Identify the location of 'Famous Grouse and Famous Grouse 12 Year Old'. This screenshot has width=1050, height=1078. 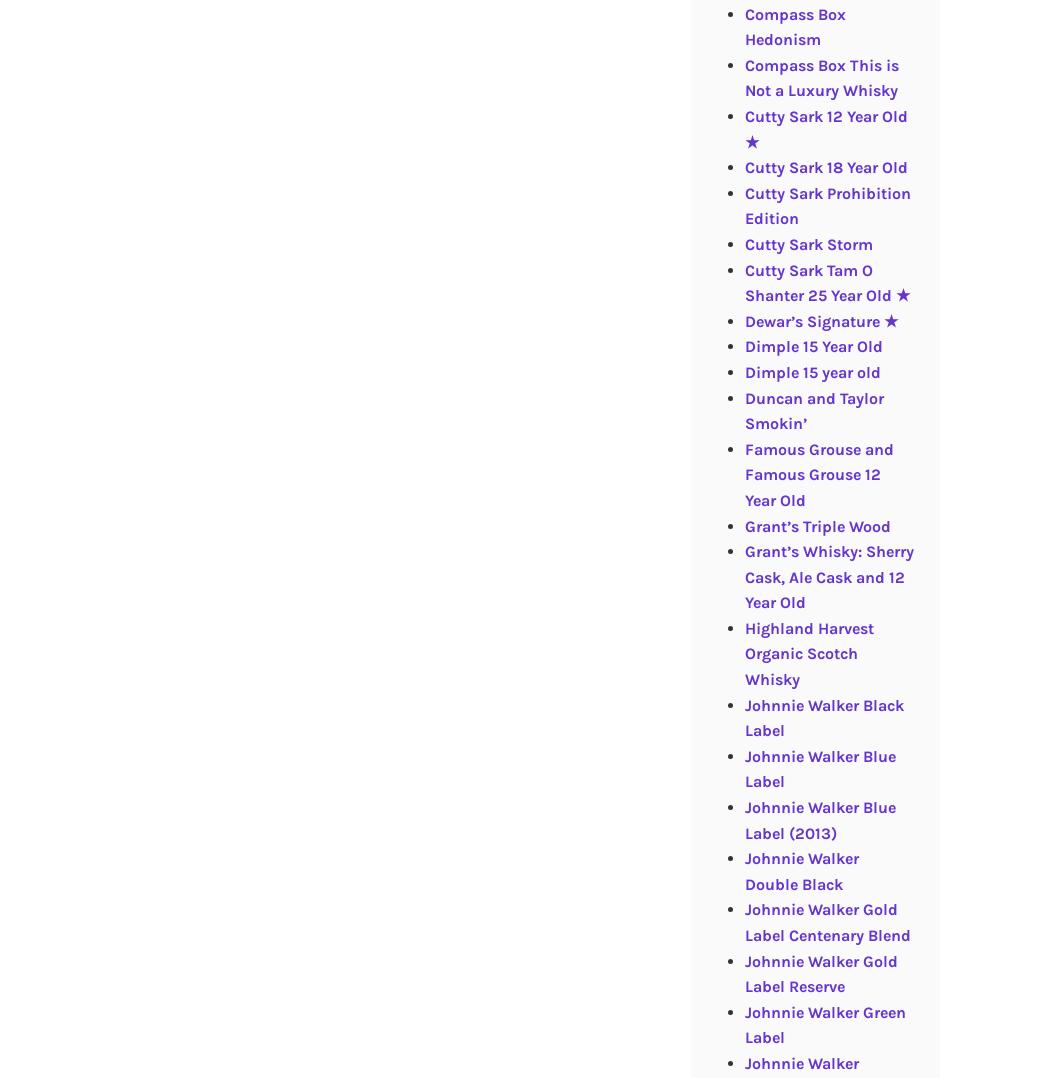
(817, 472).